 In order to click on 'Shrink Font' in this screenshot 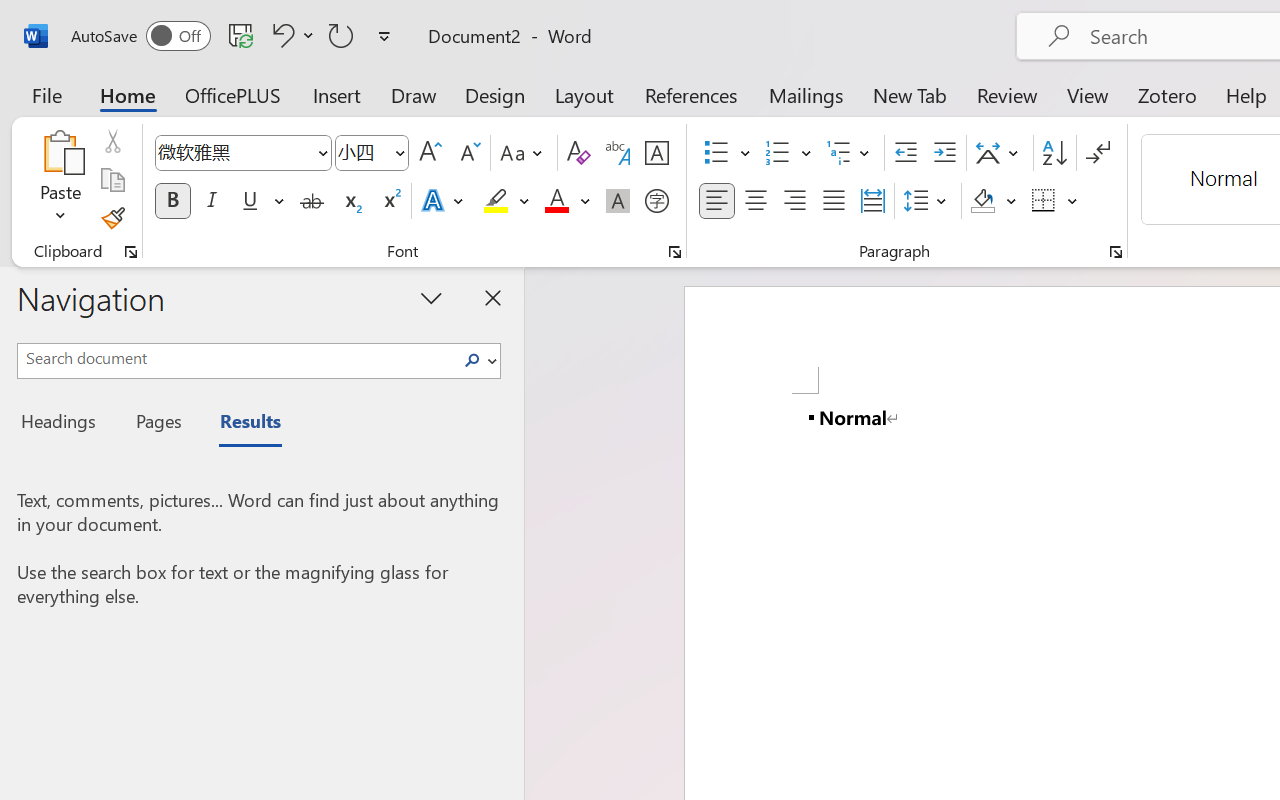, I will do `click(467, 153)`.